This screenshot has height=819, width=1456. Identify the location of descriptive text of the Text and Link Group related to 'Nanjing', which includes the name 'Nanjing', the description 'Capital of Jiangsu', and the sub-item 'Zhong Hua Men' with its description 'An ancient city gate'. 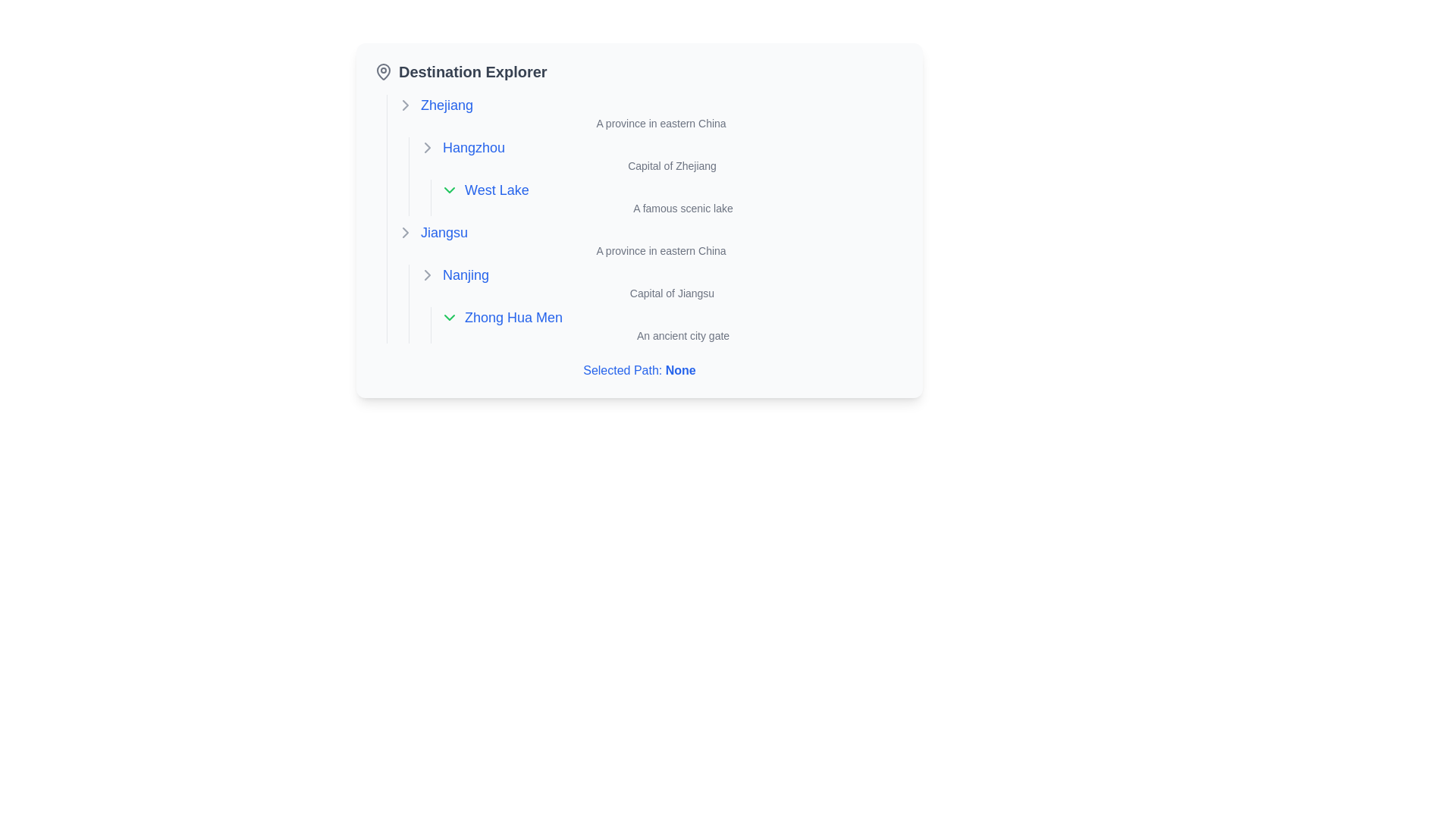
(661, 304).